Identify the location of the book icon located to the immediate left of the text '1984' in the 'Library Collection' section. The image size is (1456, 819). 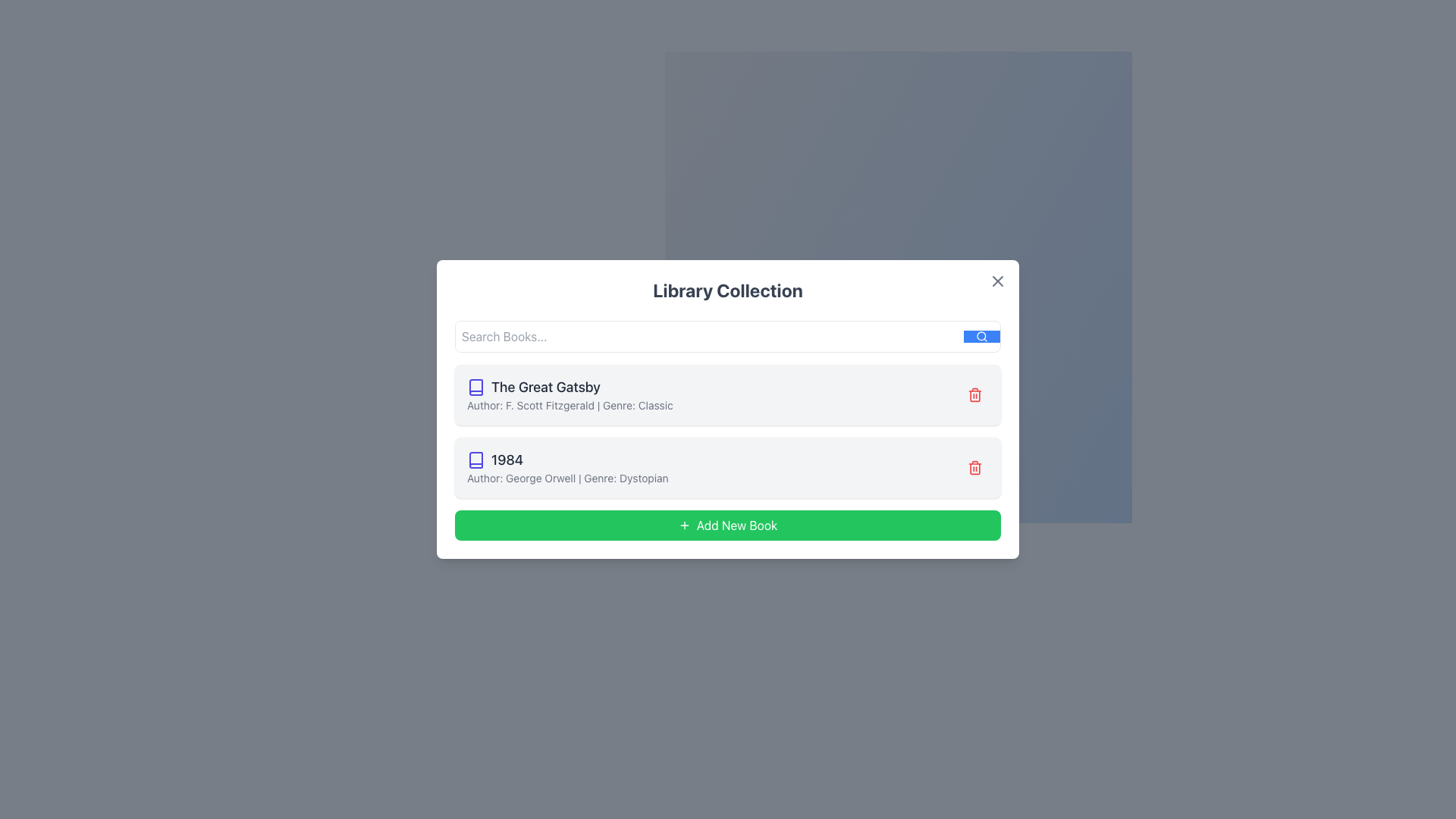
(475, 459).